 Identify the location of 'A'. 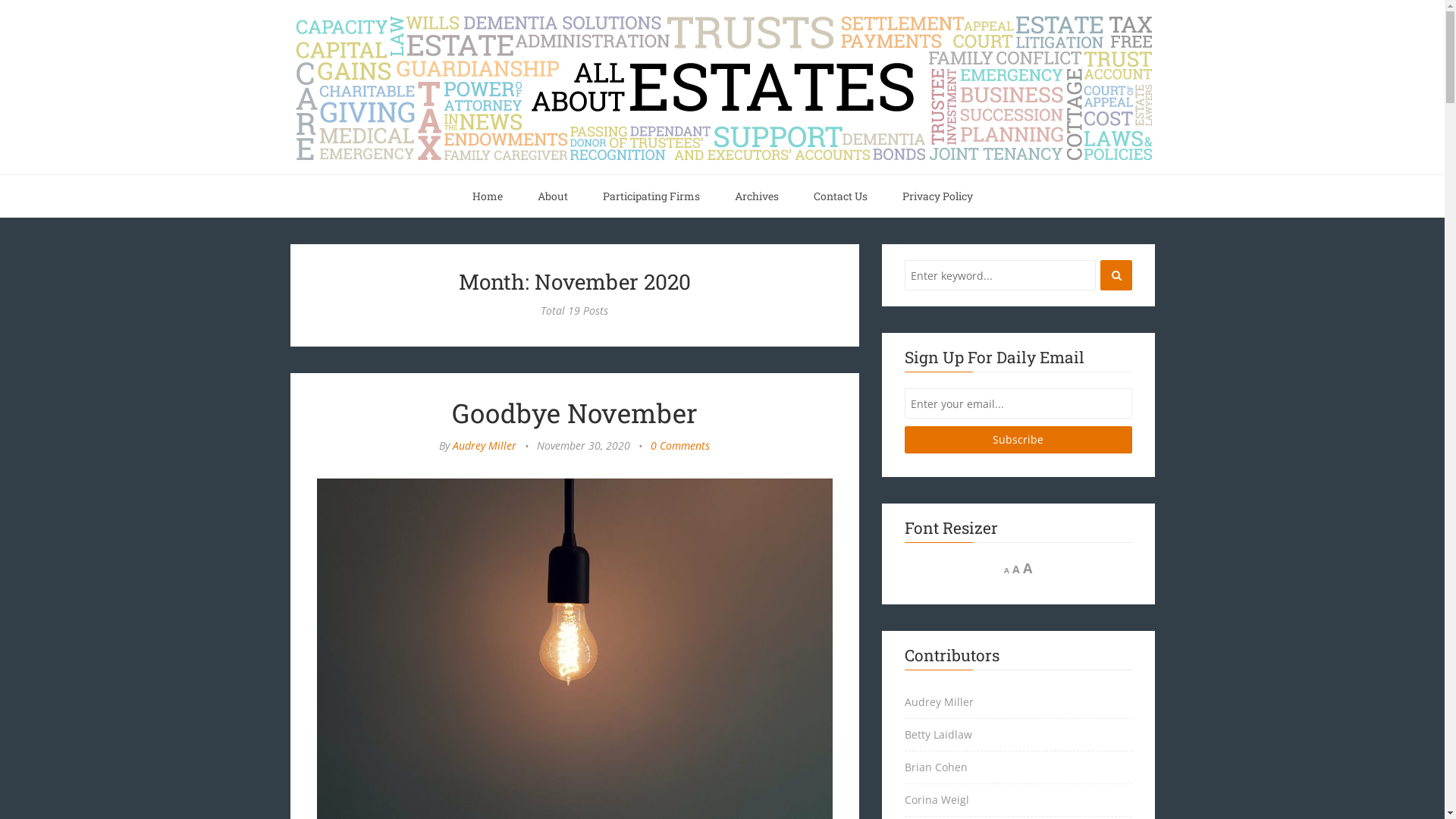
(1015, 569).